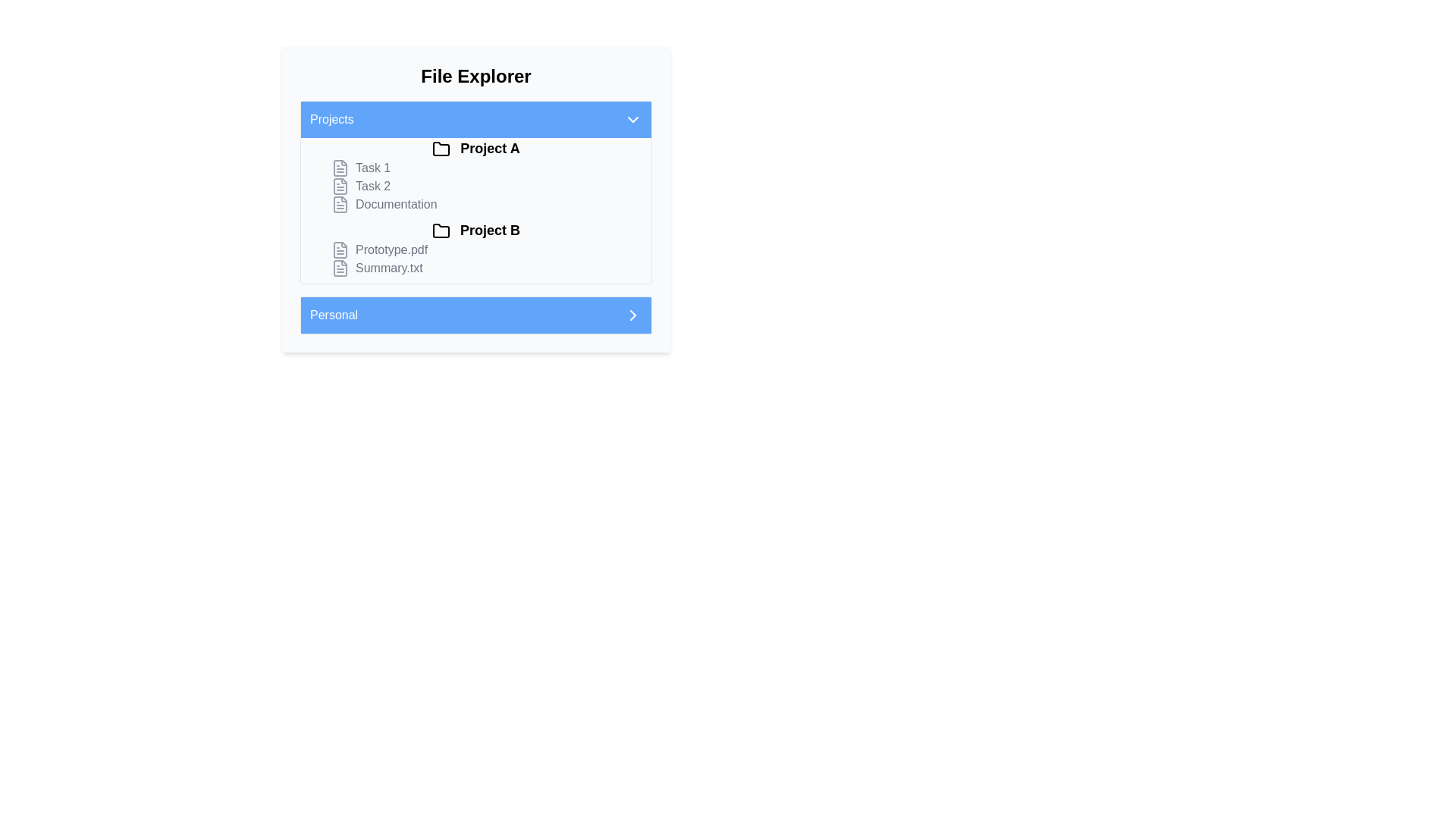 The height and width of the screenshot is (819, 1456). What do you see at coordinates (340, 186) in the screenshot?
I see `the document icon located to the left of the text 'Task 2' in the 'Projects' section to interact with the corresponding item` at bounding box center [340, 186].